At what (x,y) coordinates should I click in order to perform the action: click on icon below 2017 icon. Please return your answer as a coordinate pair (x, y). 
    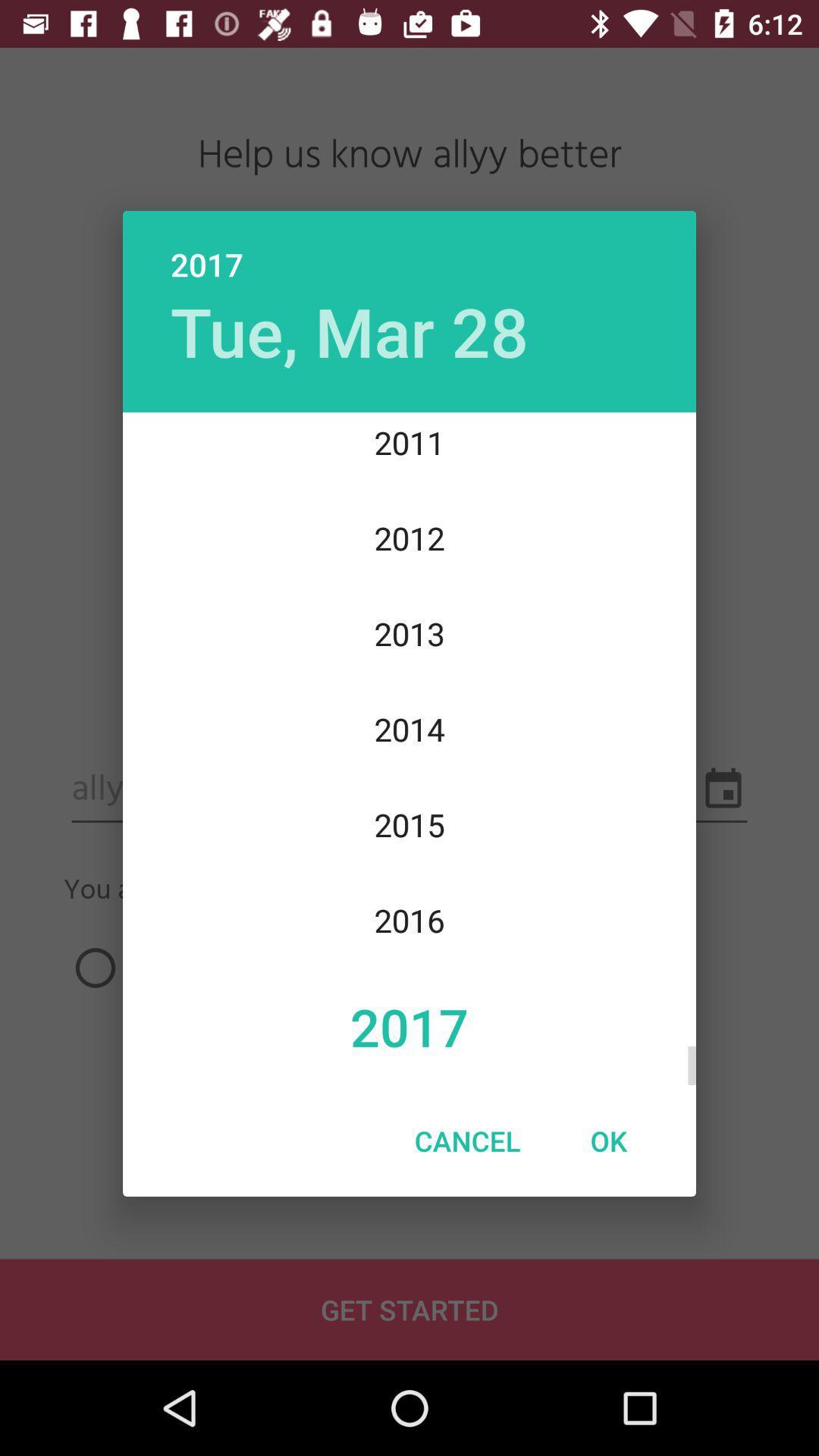
    Looking at the image, I should click on (350, 330).